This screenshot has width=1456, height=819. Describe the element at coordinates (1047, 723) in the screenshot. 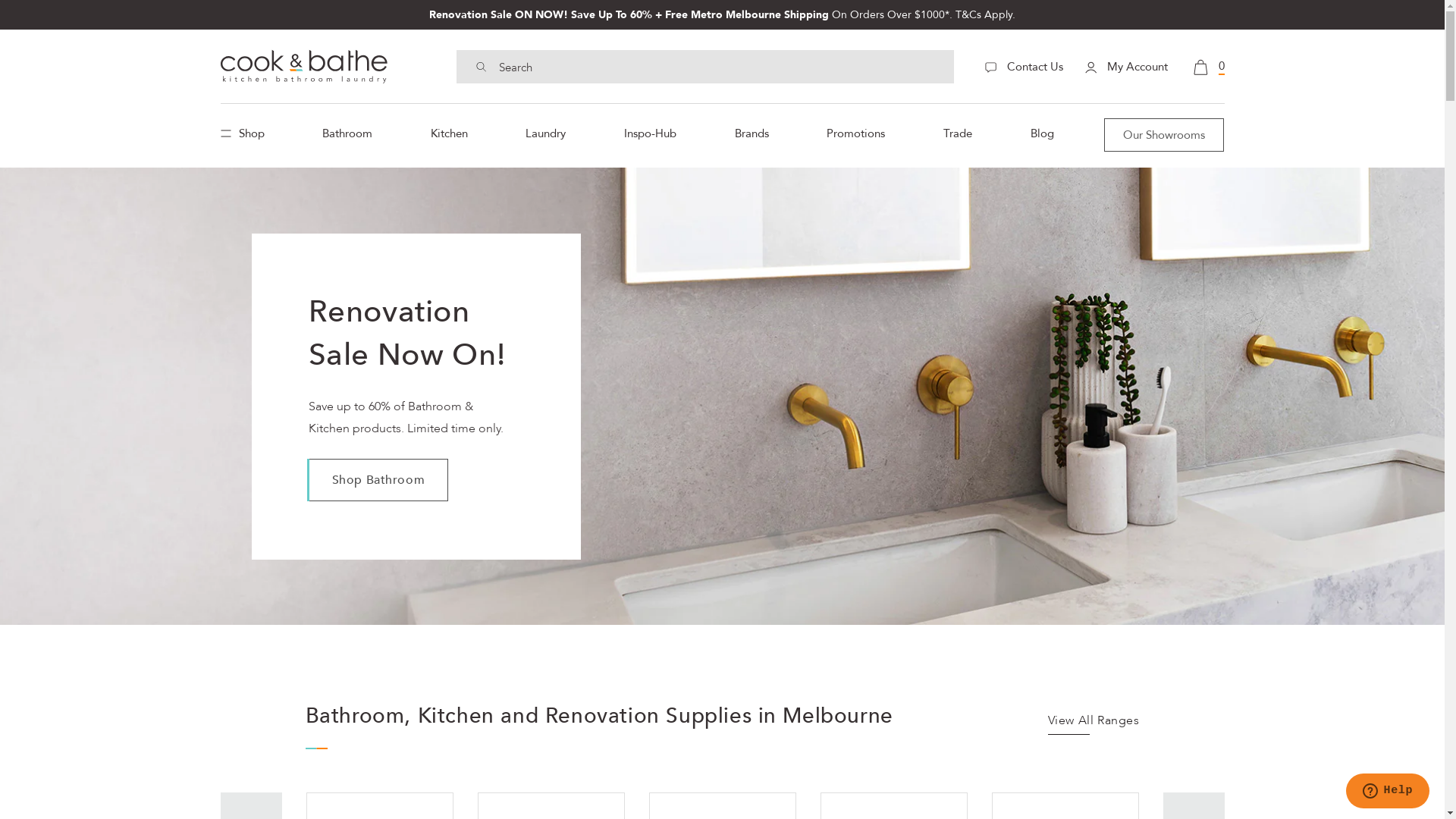

I see `'View All Ranges'` at that location.